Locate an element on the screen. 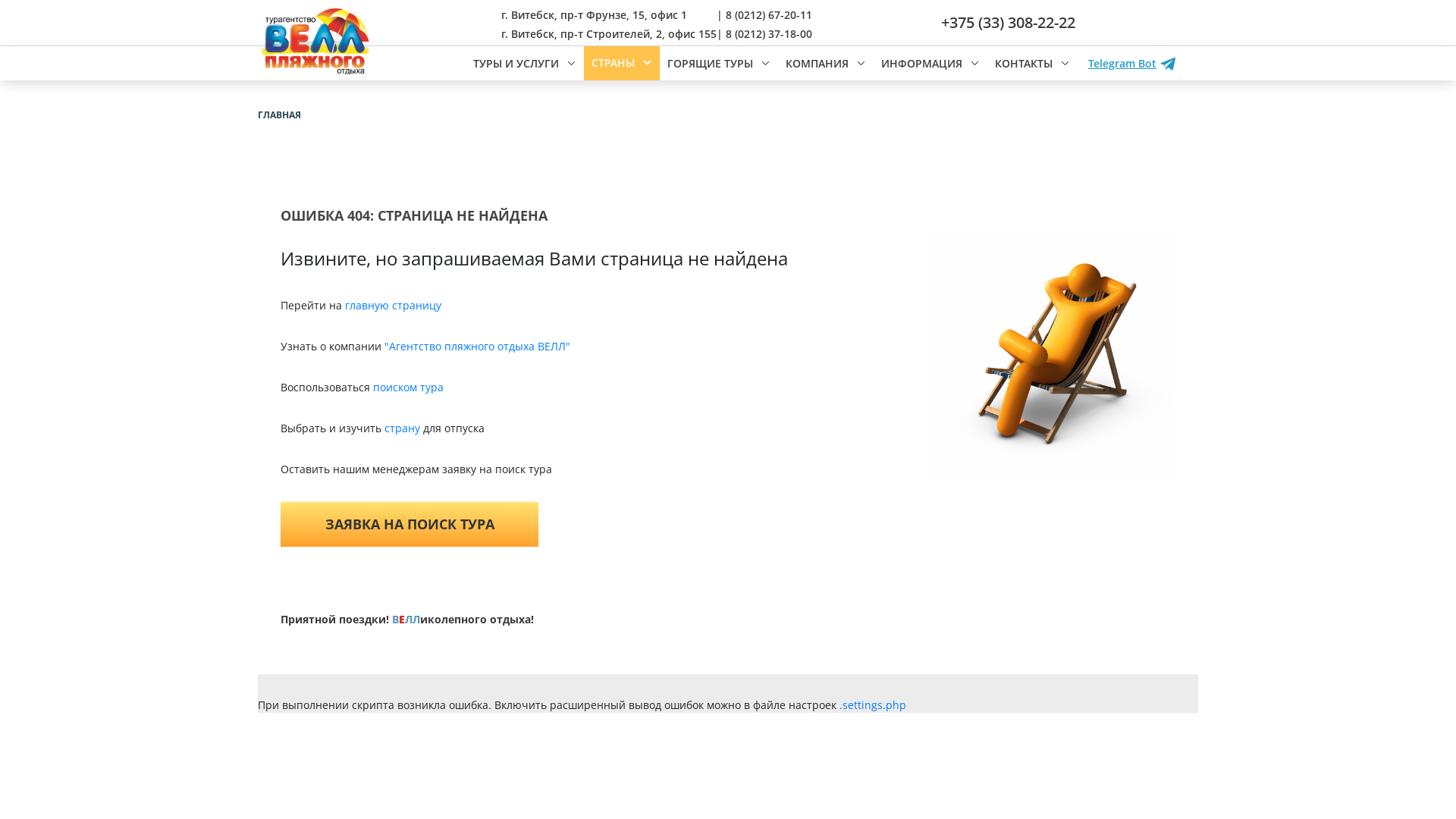 This screenshot has width=1456, height=819. 'Relax.jpg' is located at coordinates (1050, 356).